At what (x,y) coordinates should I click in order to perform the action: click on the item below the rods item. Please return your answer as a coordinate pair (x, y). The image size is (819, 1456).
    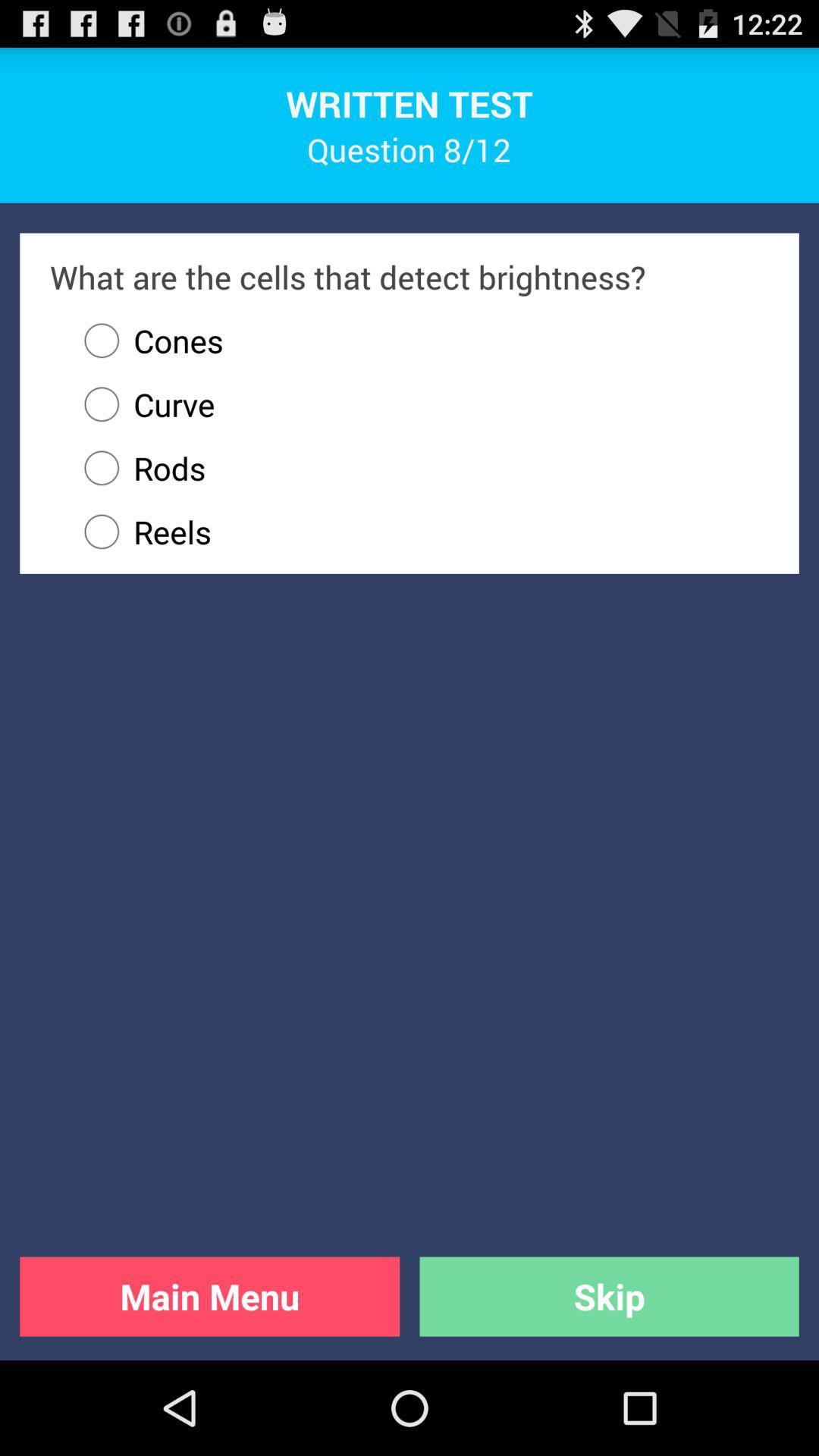
    Looking at the image, I should click on (419, 532).